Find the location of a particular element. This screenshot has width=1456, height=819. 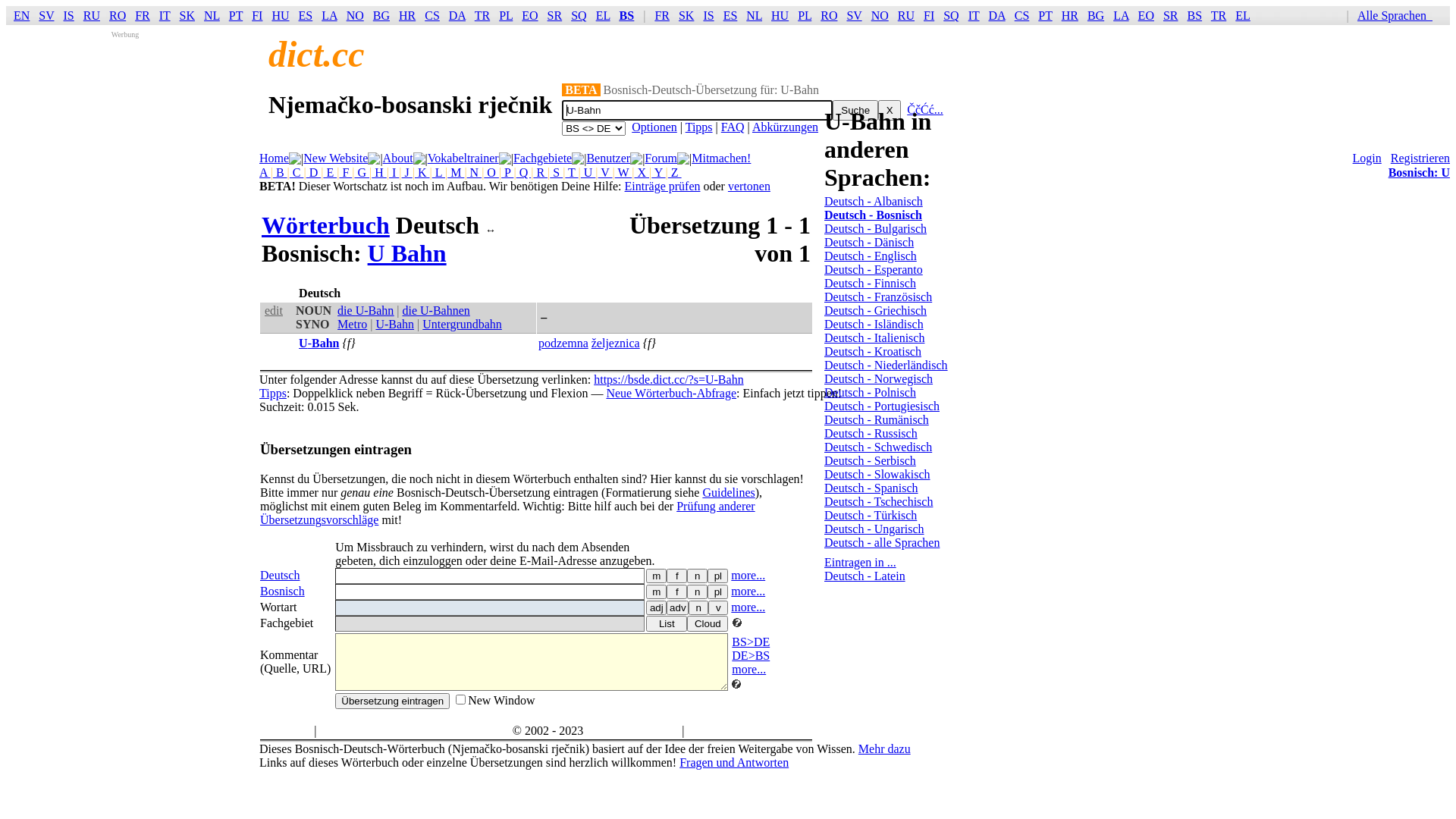

'vertonen' is located at coordinates (749, 185).